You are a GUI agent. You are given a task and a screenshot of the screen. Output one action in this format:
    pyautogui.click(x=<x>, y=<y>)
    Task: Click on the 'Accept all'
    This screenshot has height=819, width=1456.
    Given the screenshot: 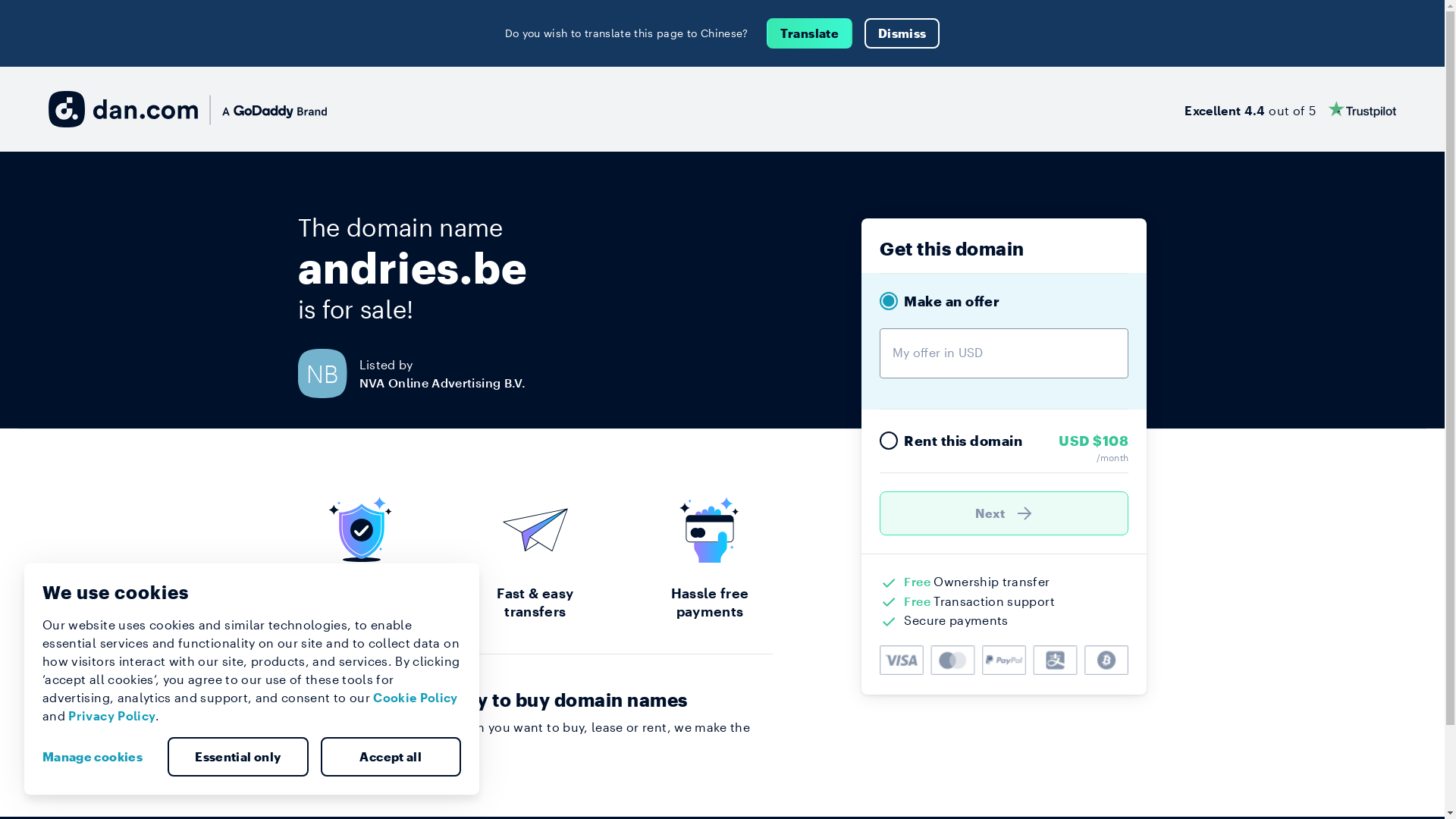 What is the action you would take?
    pyautogui.click(x=390, y=757)
    